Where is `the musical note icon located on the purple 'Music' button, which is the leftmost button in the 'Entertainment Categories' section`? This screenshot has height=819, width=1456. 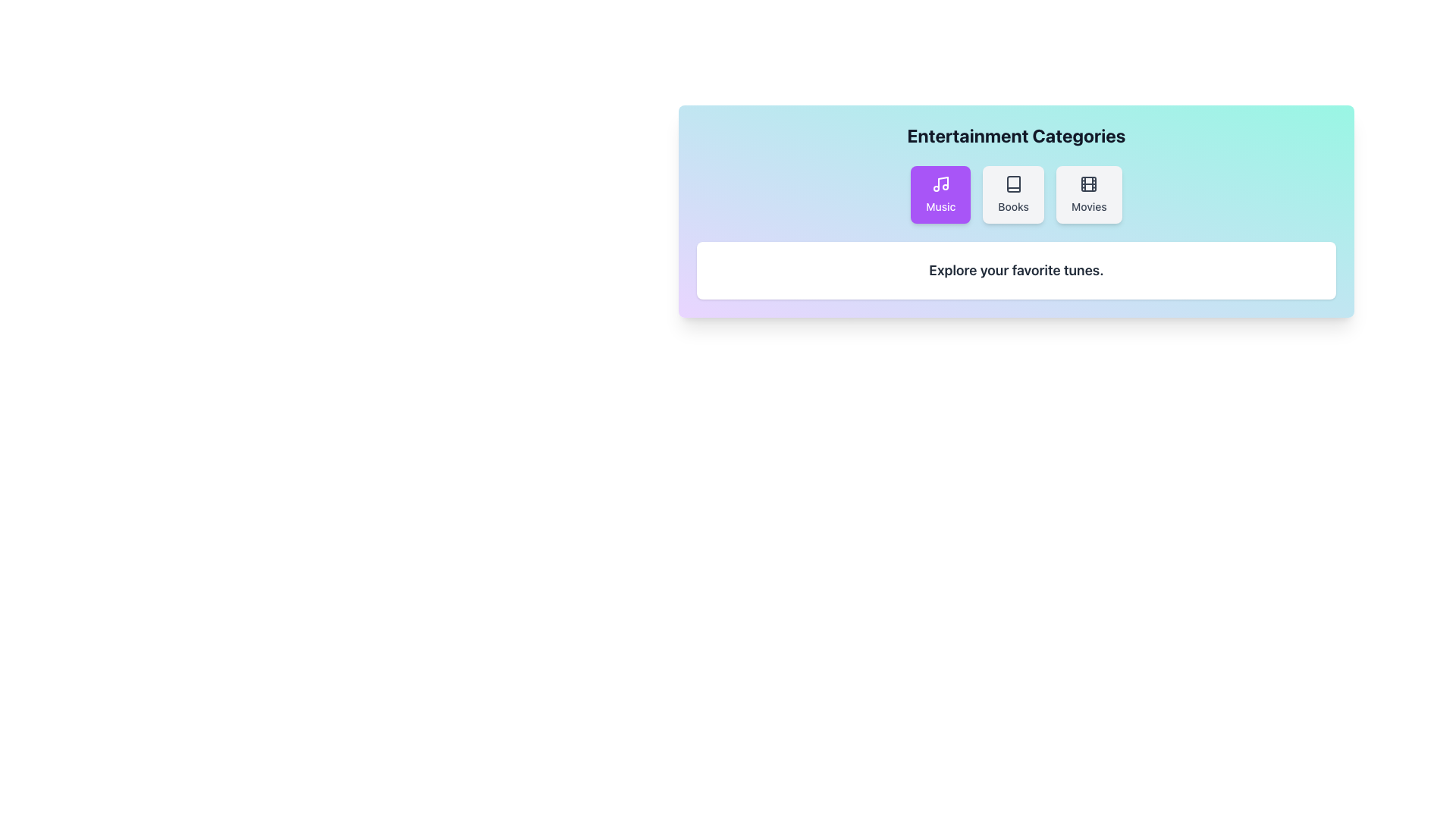
the musical note icon located on the purple 'Music' button, which is the leftmost button in the 'Entertainment Categories' section is located at coordinates (939, 184).